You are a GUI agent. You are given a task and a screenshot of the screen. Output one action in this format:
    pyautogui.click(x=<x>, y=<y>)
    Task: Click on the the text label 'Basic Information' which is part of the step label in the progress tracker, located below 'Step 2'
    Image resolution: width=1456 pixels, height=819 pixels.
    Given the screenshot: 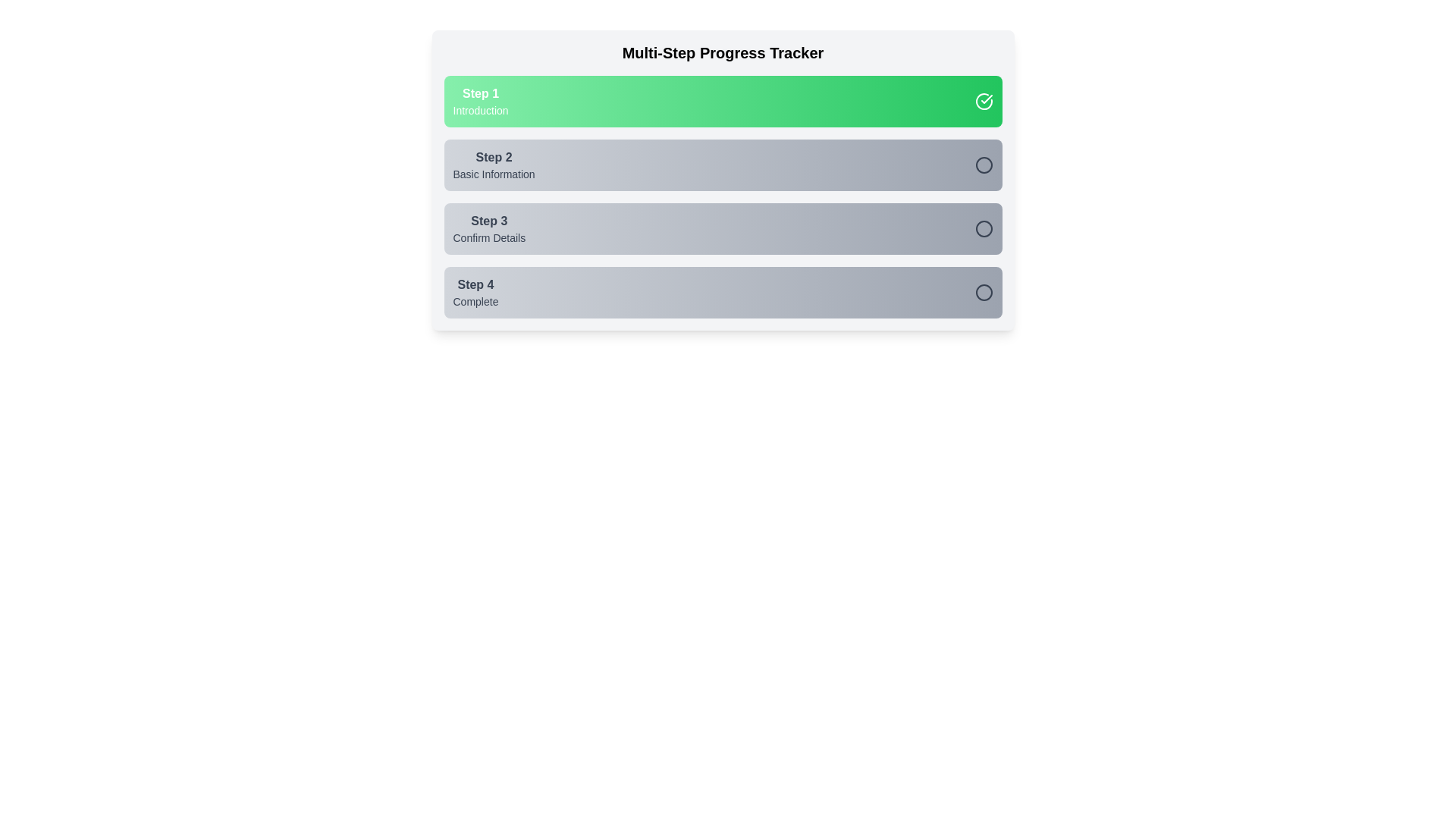 What is the action you would take?
    pyautogui.click(x=494, y=174)
    